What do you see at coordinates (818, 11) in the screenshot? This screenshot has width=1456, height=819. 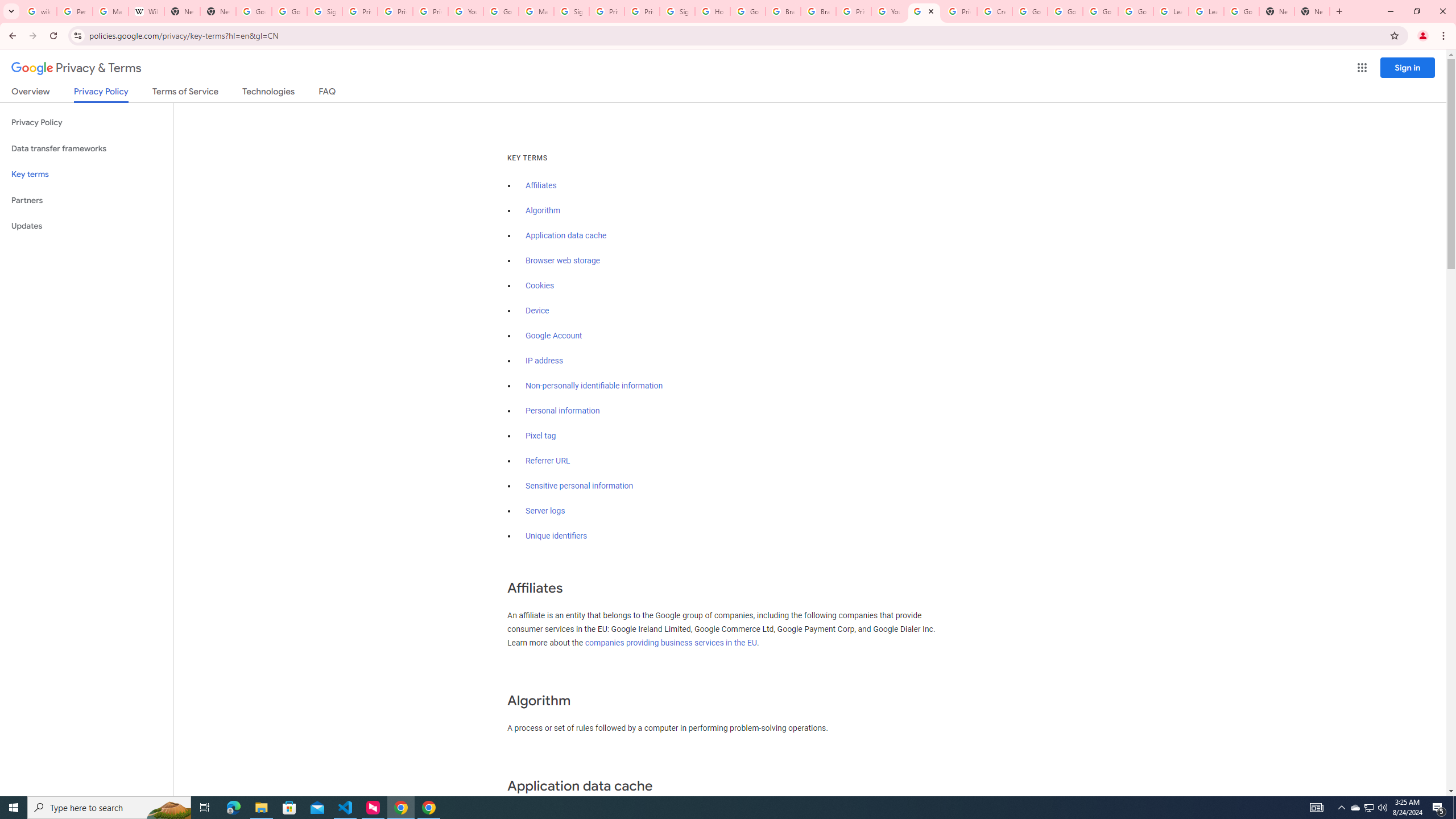 I see `'Brand Resource Center'` at bounding box center [818, 11].